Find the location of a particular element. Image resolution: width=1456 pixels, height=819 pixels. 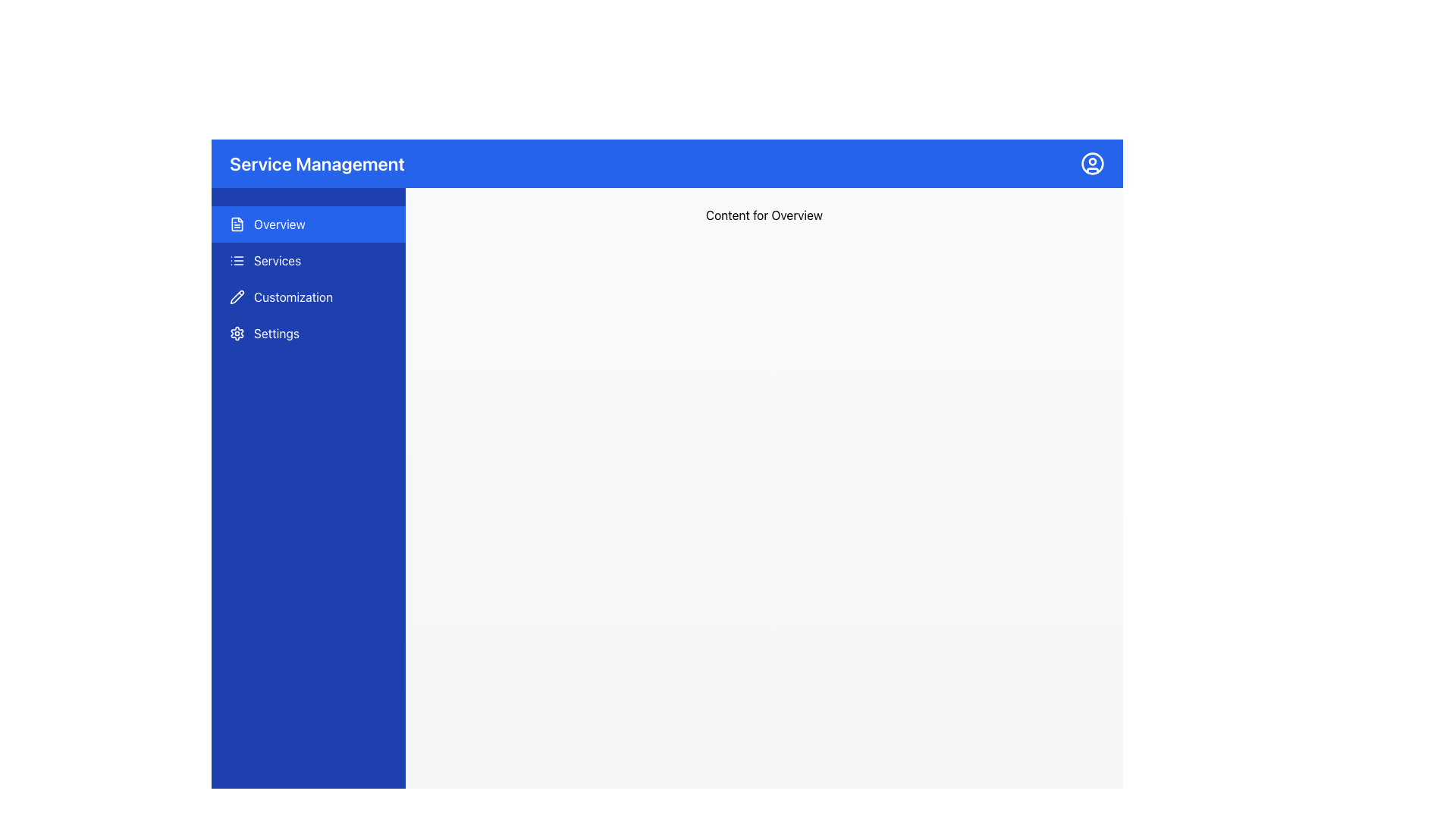

the 'Services' horizontal menu item in the vertical navigation bar is located at coordinates (308, 259).